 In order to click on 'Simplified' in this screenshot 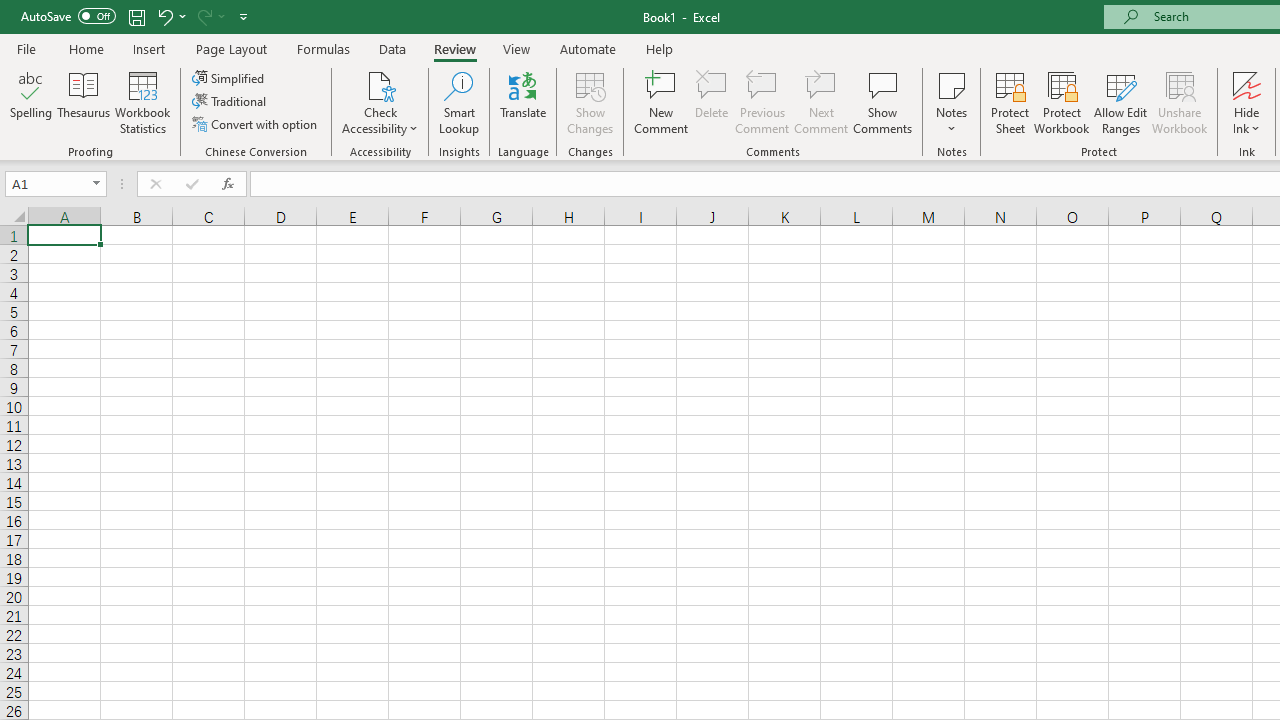, I will do `click(230, 77)`.